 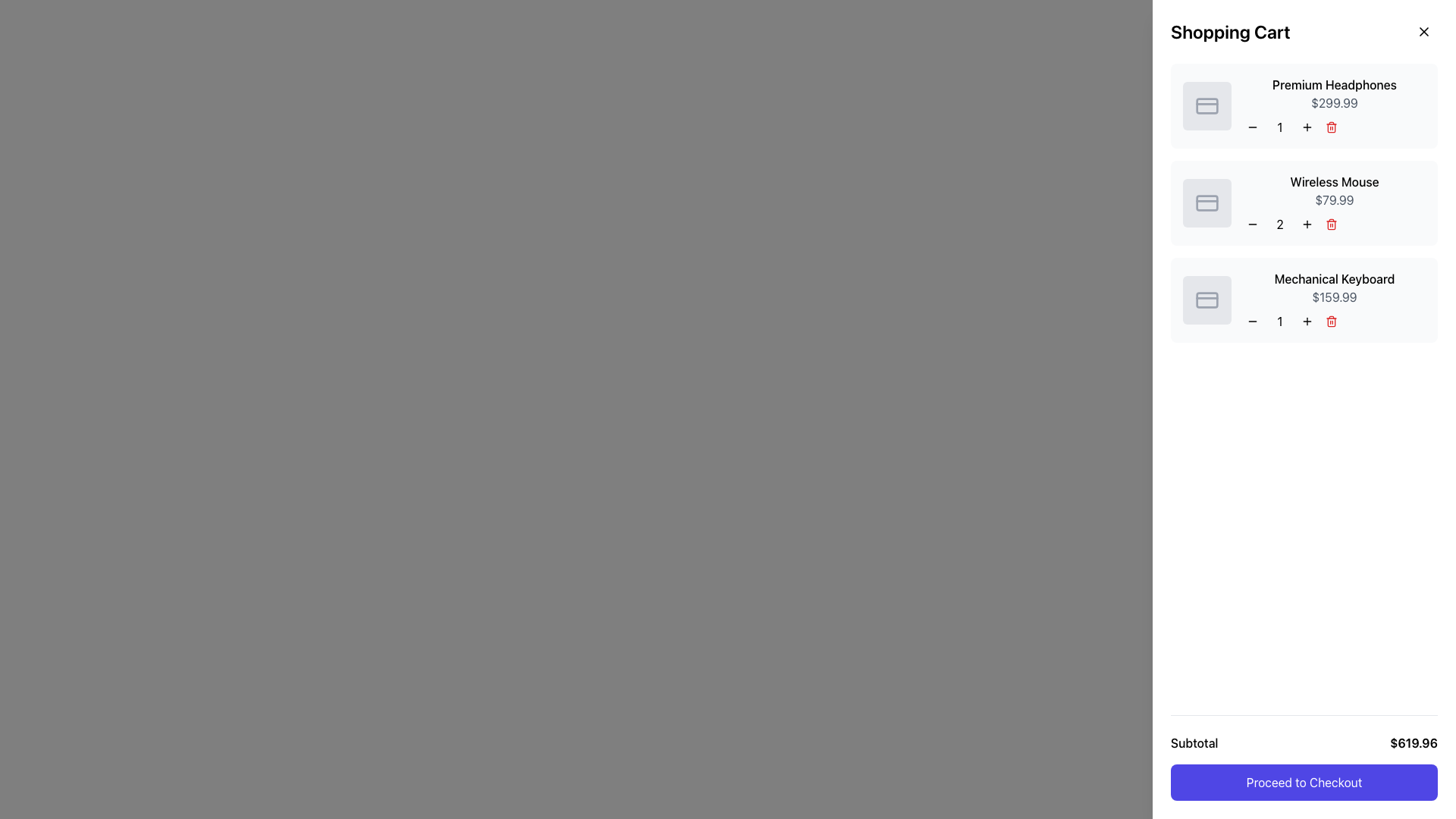 I want to click on the interactive trash bin icon button located in the shopping cart component, next to the 'Mechanical Keyboard' item, so click(x=1331, y=321).